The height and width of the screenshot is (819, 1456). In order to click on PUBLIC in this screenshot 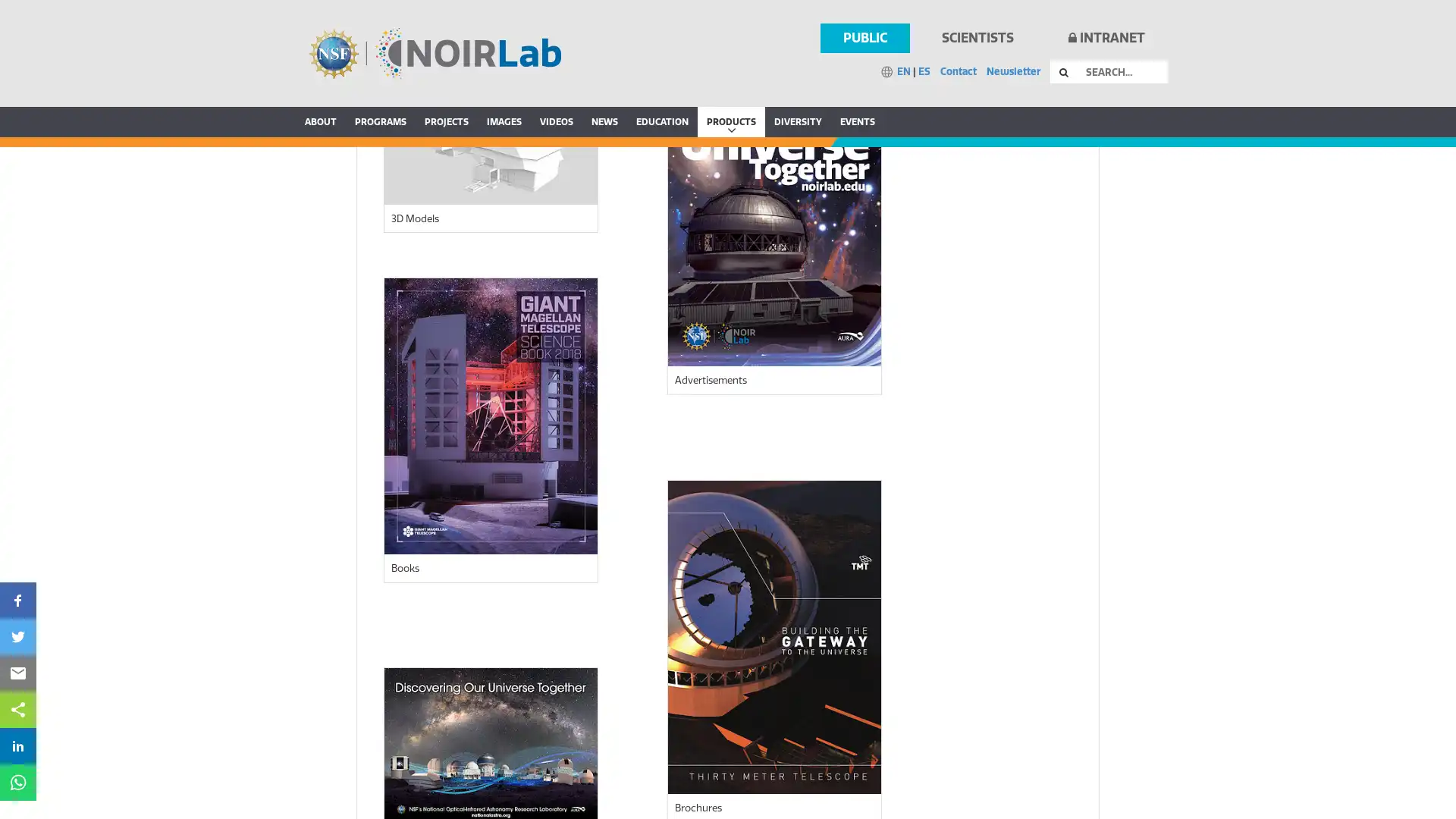, I will do `click(864, 37)`.